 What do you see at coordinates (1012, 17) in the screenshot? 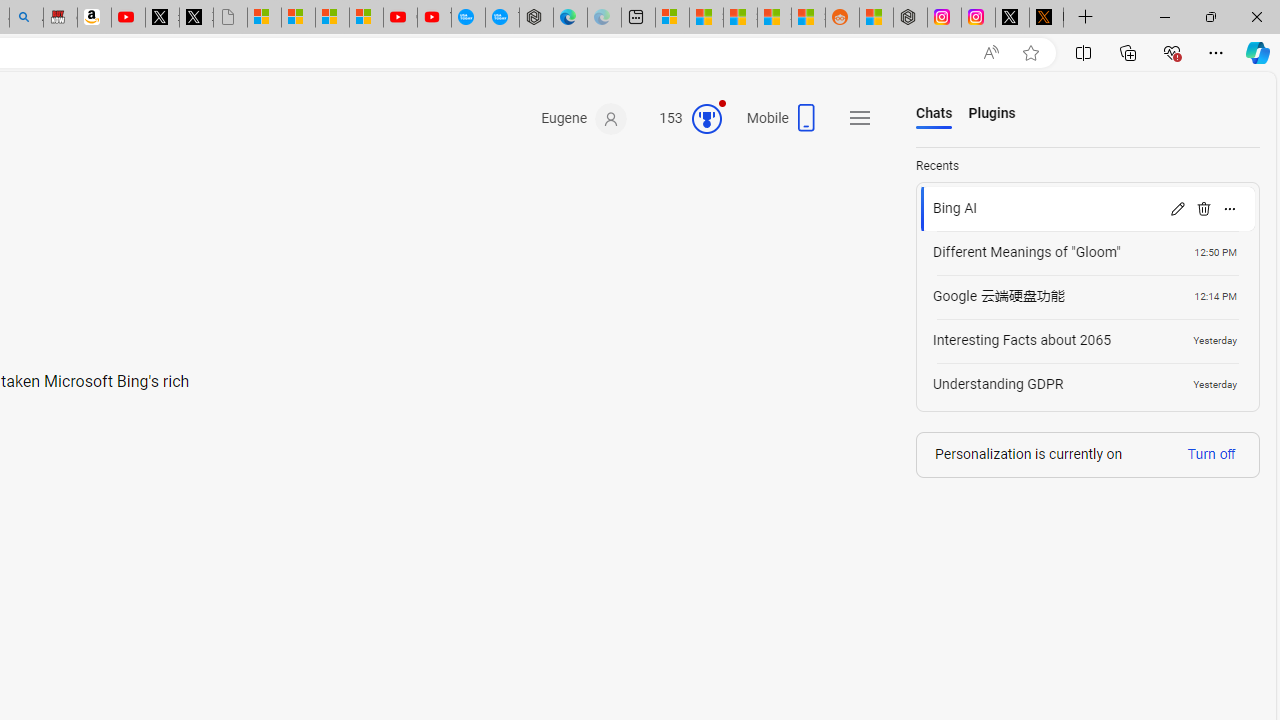
I see `'Log in to X / X'` at bounding box center [1012, 17].